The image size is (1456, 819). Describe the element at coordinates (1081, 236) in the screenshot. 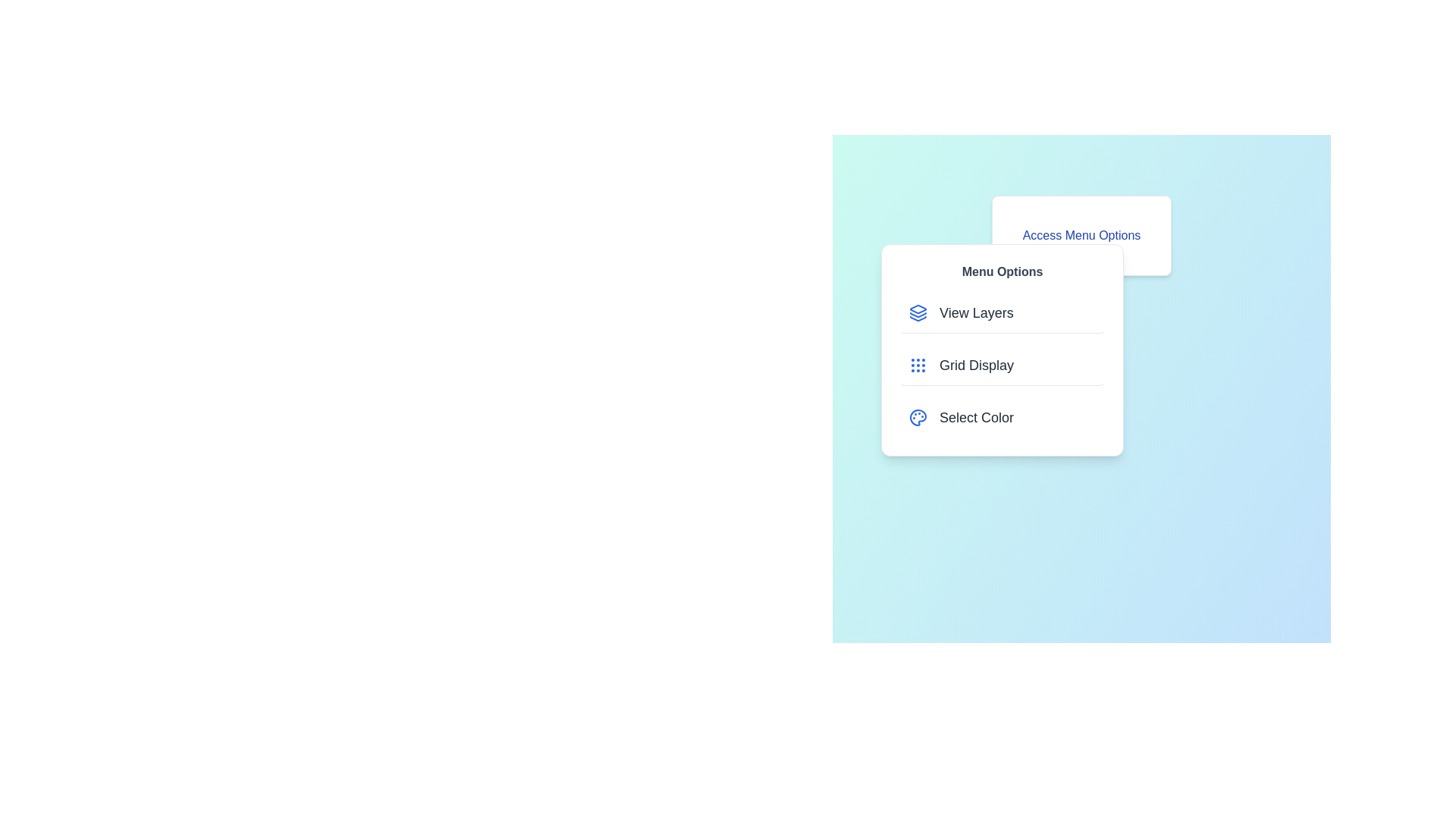

I see `the 'Access Menu Options' button to toggle the menu visibility` at that location.